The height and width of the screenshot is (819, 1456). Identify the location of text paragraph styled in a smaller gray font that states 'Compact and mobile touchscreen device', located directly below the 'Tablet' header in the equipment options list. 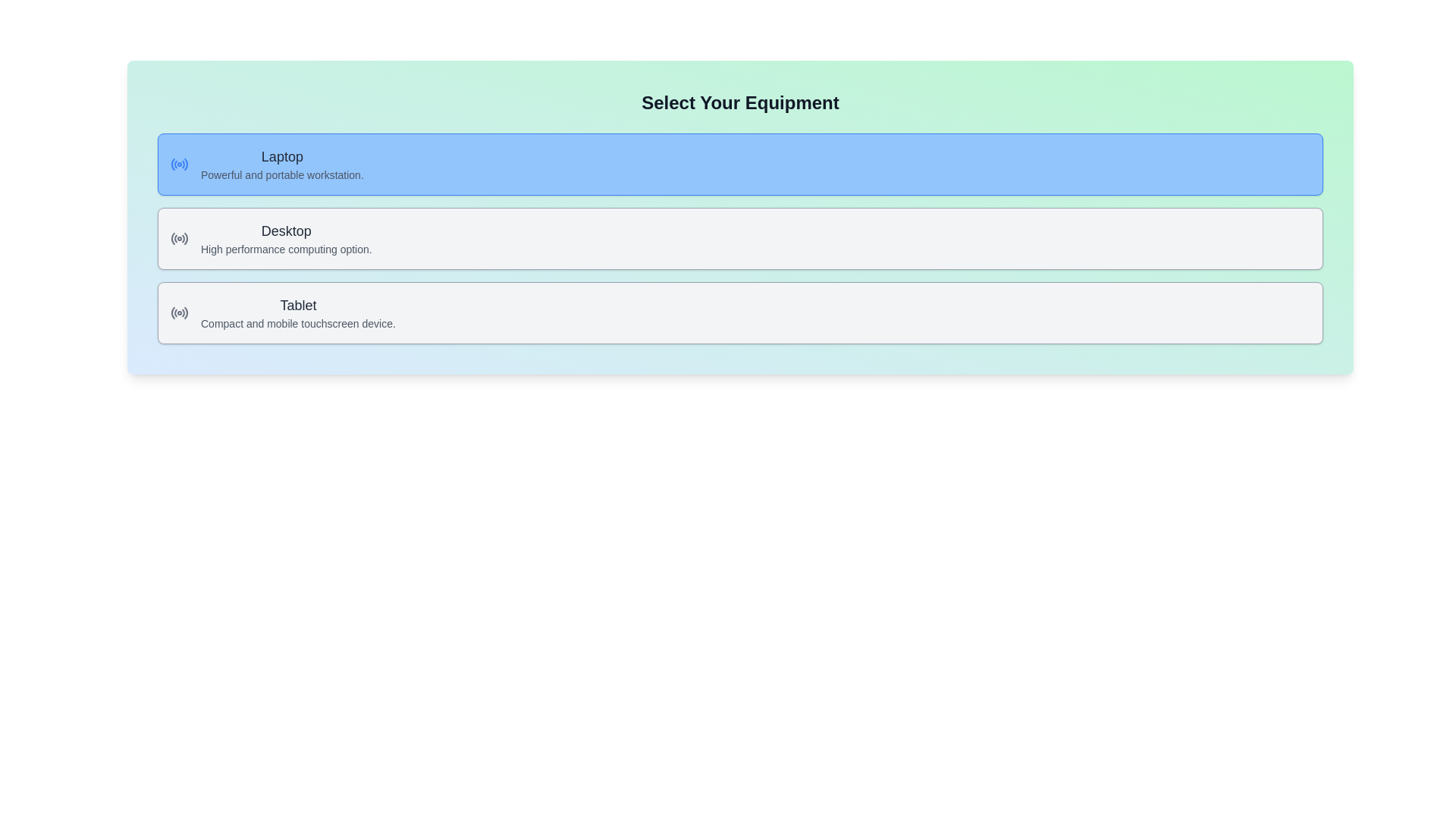
(298, 323).